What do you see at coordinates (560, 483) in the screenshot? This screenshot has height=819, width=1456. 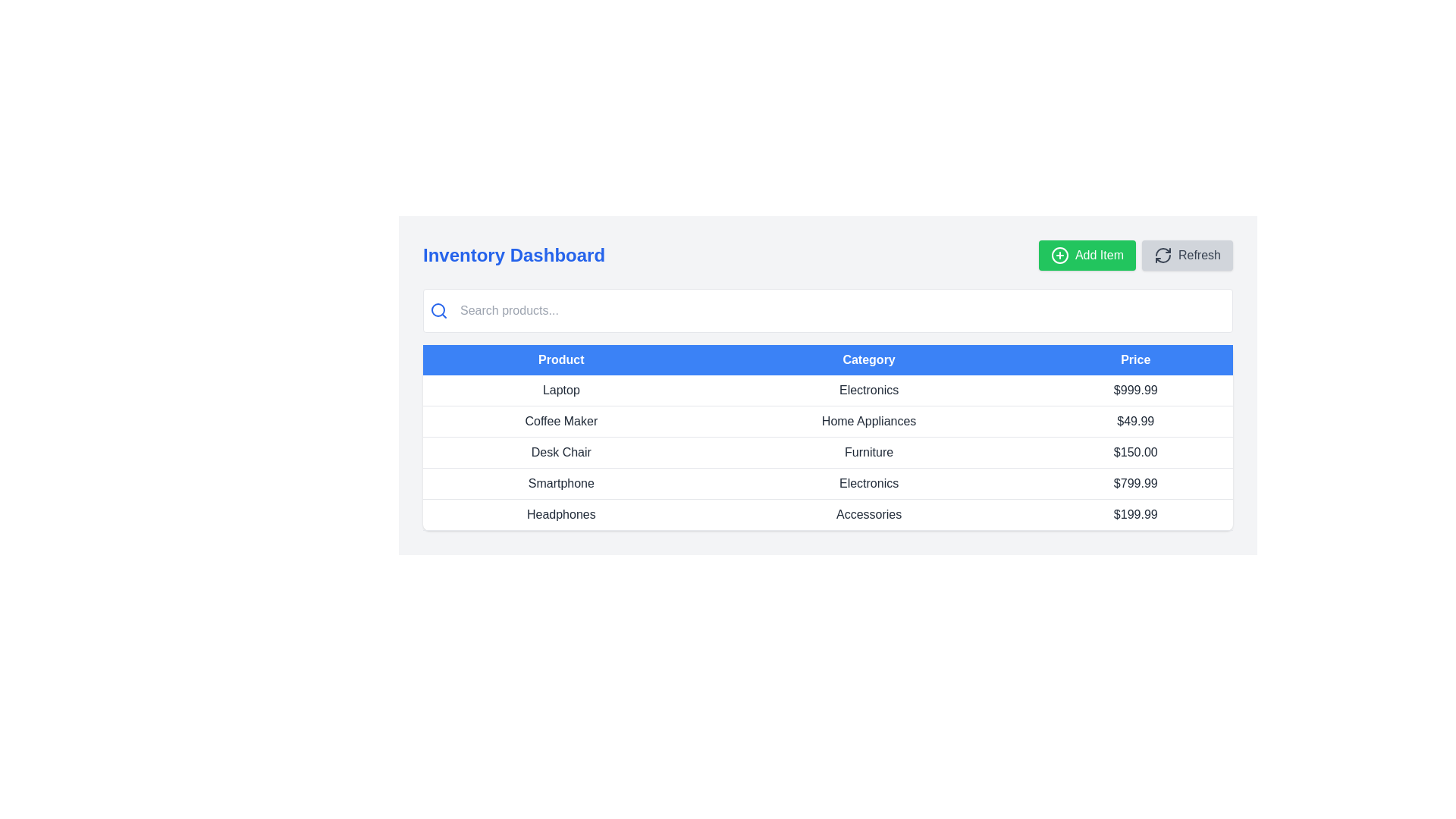 I see `the static text label displaying the product name 'Smartphone' in the fourth row of the inventory list table` at bounding box center [560, 483].